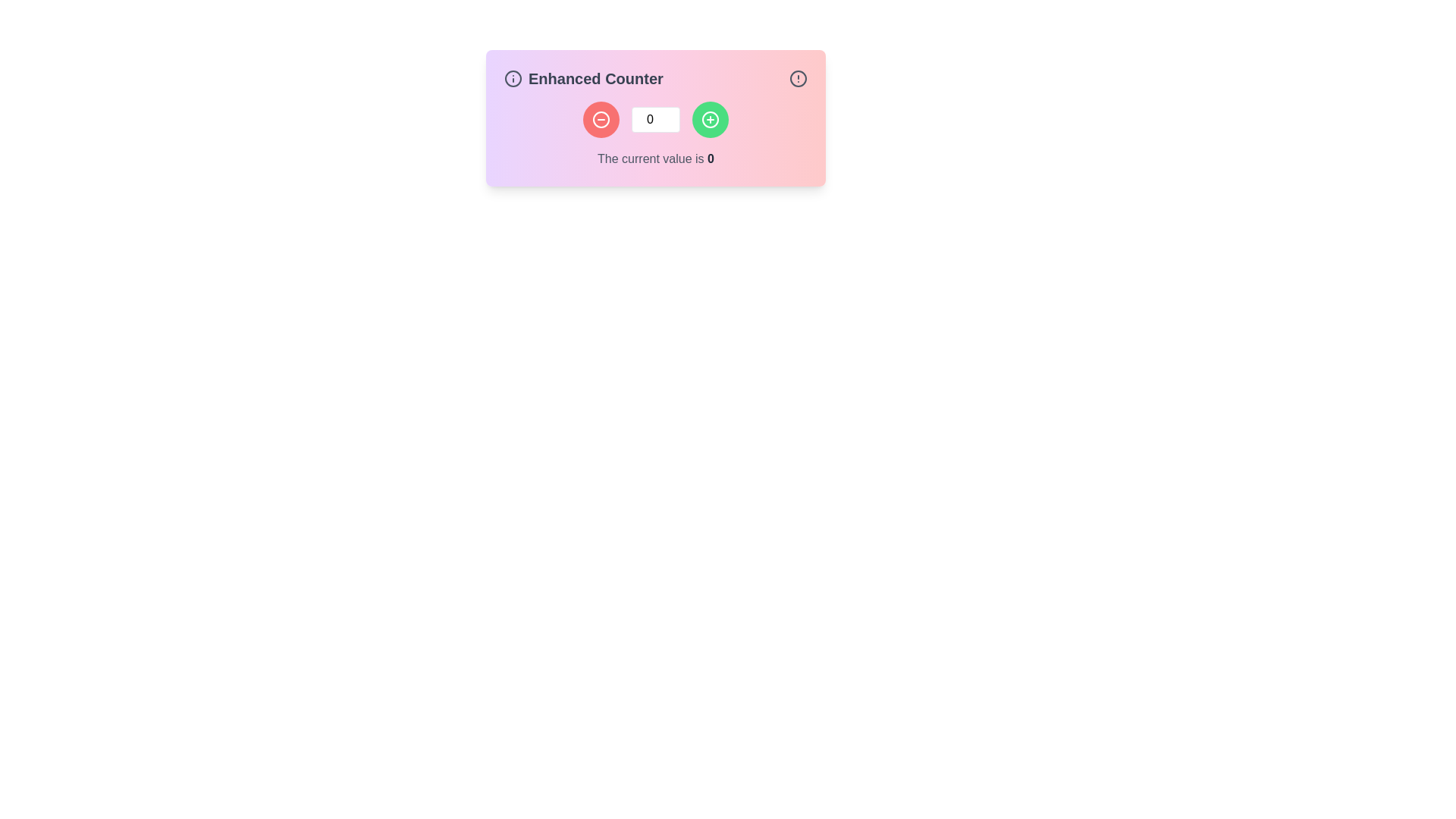 Image resolution: width=1456 pixels, height=819 pixels. I want to click on the circular green button with a white plus icon, located to the right of the numeric input field in the 'Enhanced Counter' interface, so click(709, 119).